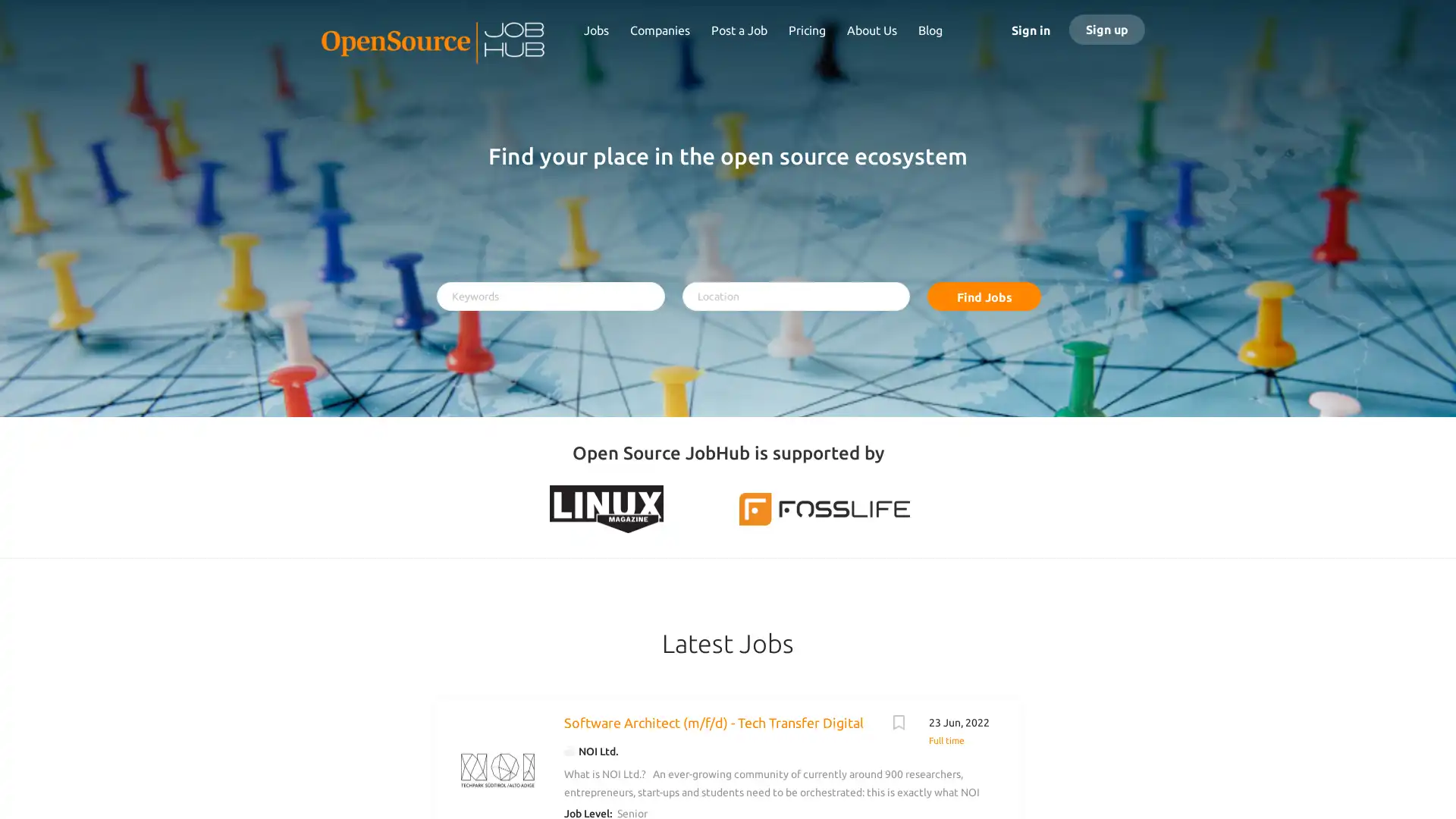 Image resolution: width=1456 pixels, height=819 pixels. What do you see at coordinates (984, 296) in the screenshot?
I see `Find Jobs` at bounding box center [984, 296].